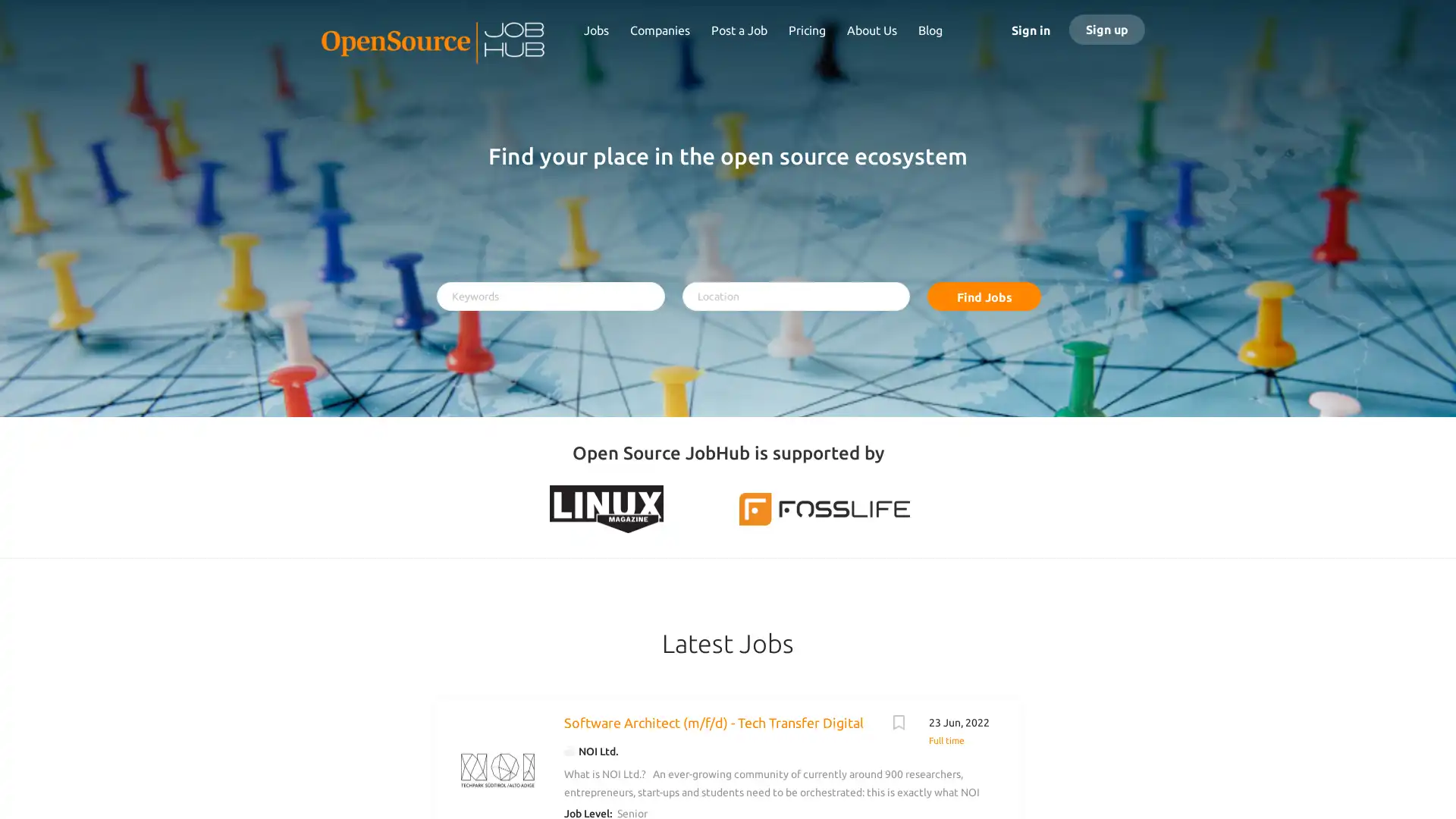 Image resolution: width=1456 pixels, height=819 pixels. What do you see at coordinates (984, 296) in the screenshot?
I see `Find Jobs` at bounding box center [984, 296].